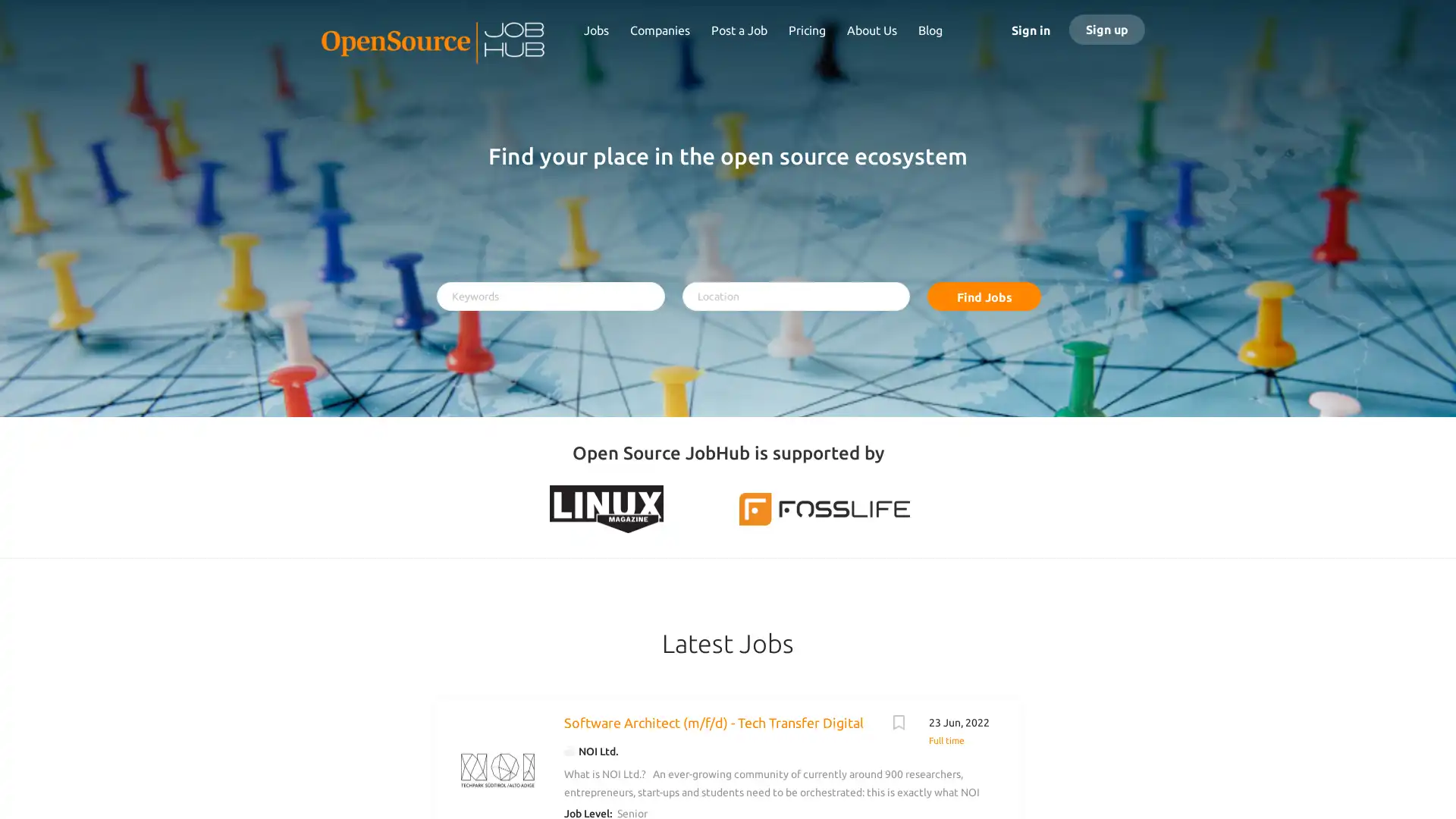 Image resolution: width=1456 pixels, height=819 pixels. What do you see at coordinates (984, 296) in the screenshot?
I see `Find Jobs` at bounding box center [984, 296].